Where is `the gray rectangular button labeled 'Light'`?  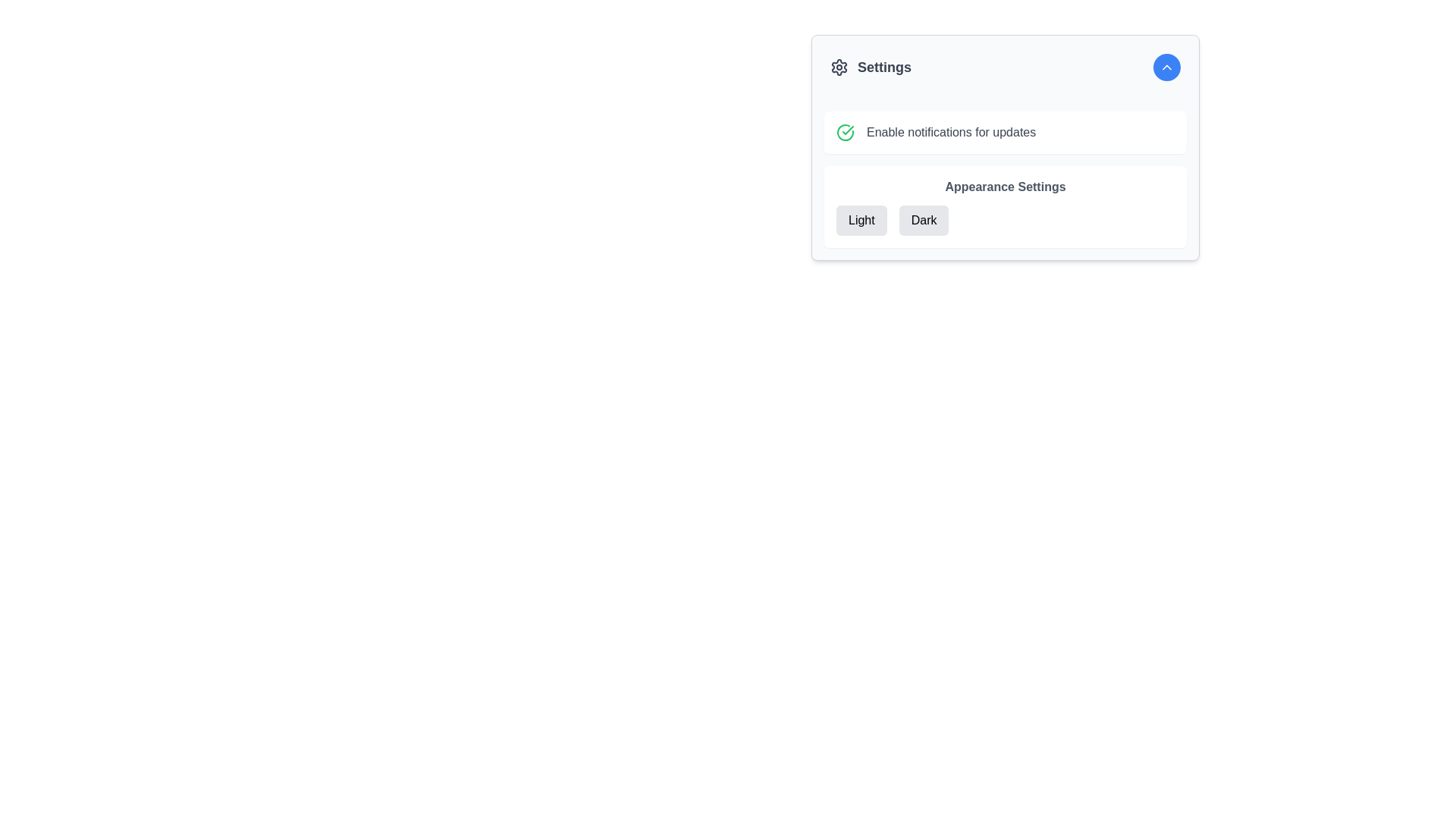 the gray rectangular button labeled 'Light' is located at coordinates (861, 220).